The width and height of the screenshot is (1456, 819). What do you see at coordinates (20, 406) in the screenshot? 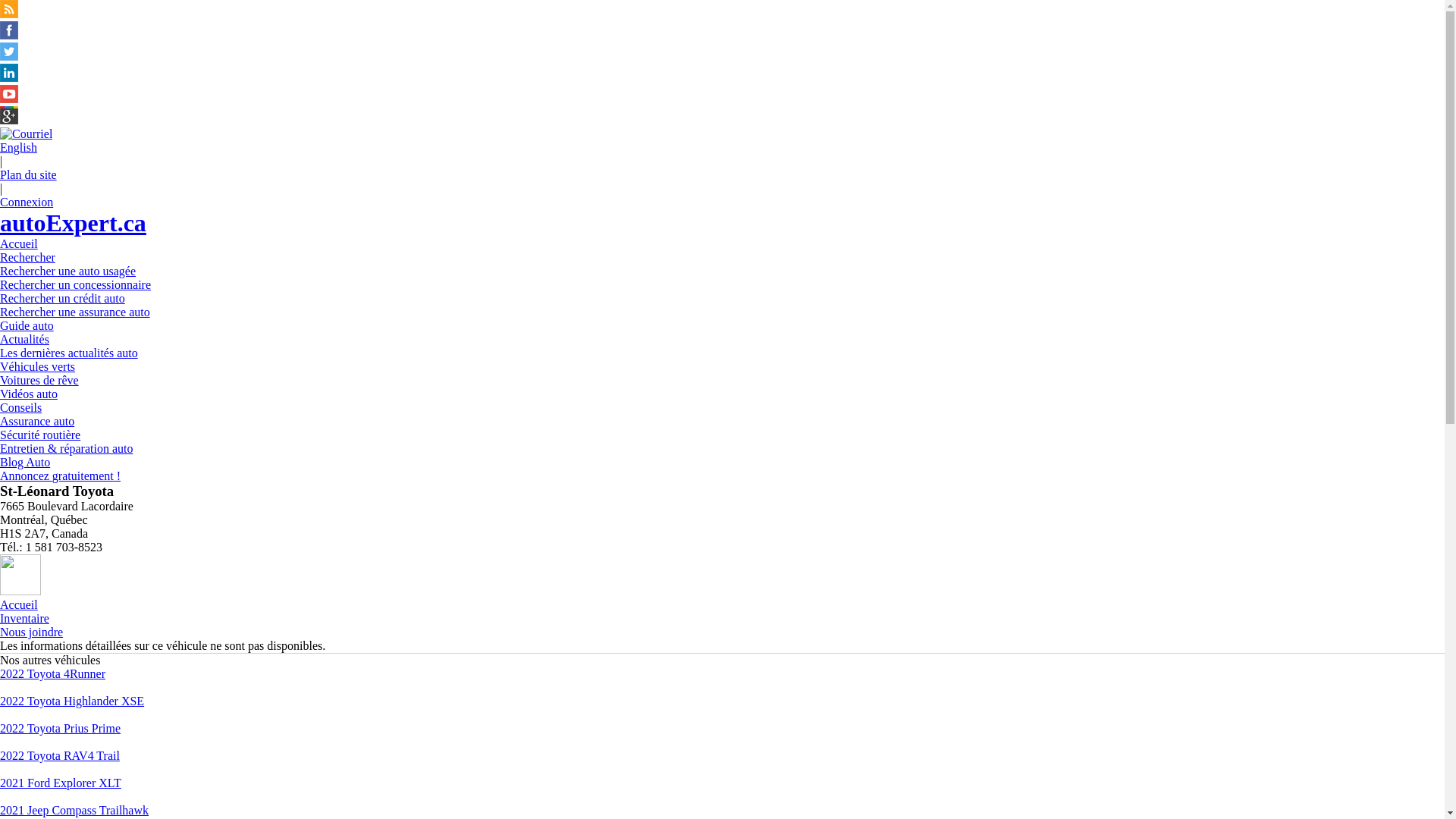
I see `'Conseils'` at bounding box center [20, 406].